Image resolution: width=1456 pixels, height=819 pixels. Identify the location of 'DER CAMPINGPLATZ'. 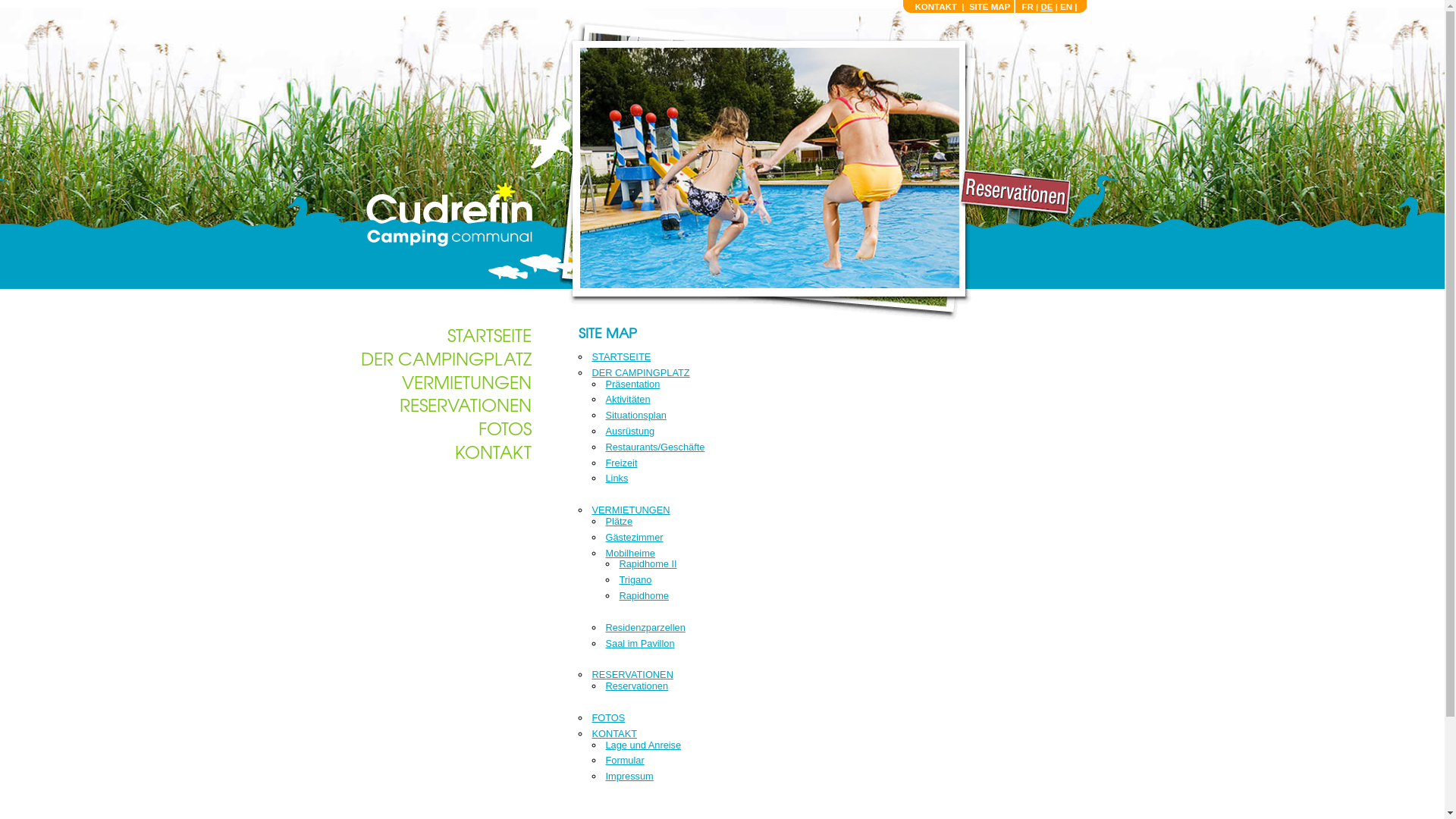
(445, 357).